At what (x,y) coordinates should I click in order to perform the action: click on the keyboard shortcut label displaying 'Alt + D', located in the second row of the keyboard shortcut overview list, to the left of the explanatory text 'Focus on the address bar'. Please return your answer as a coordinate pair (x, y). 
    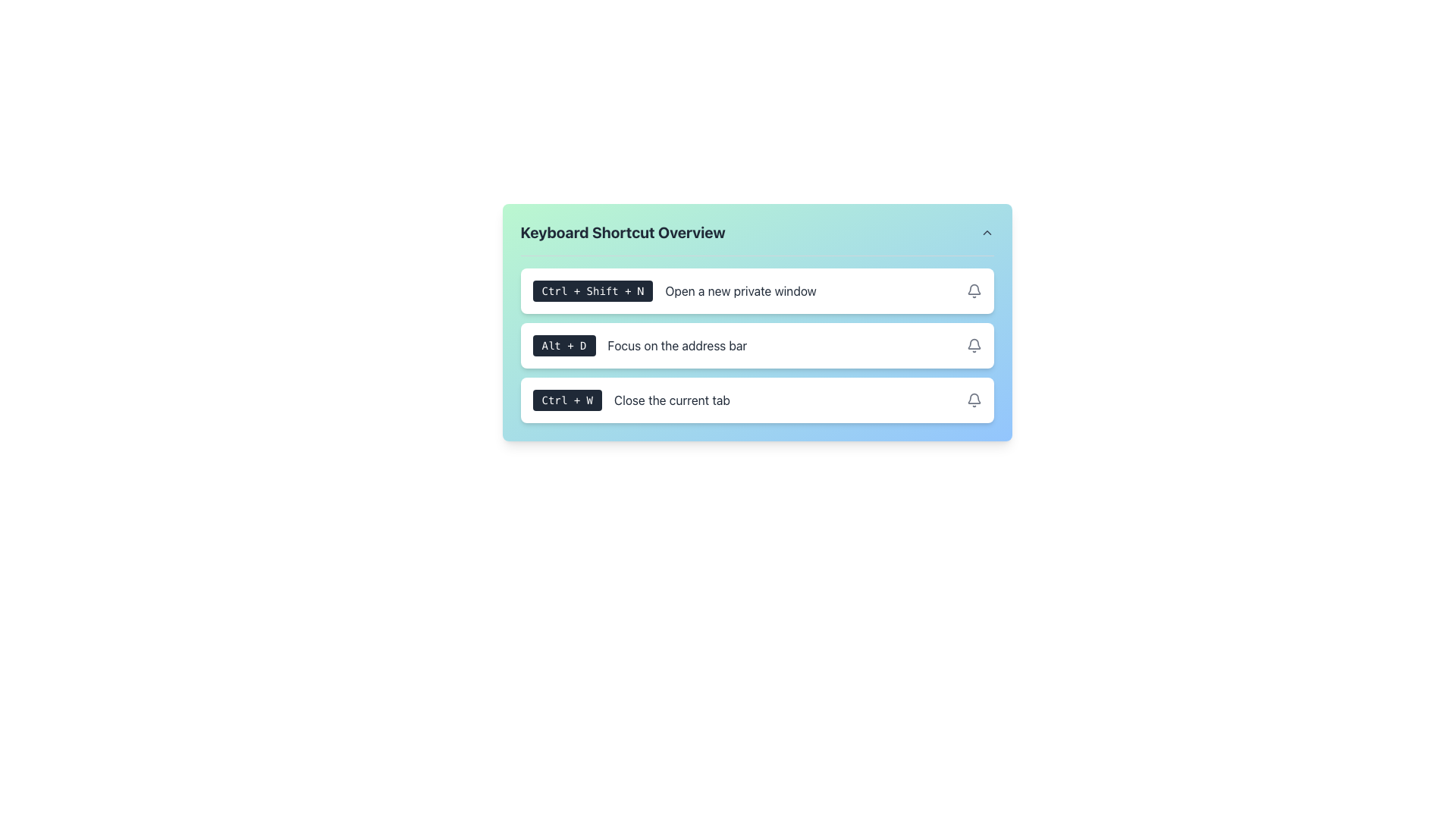
    Looking at the image, I should click on (563, 345).